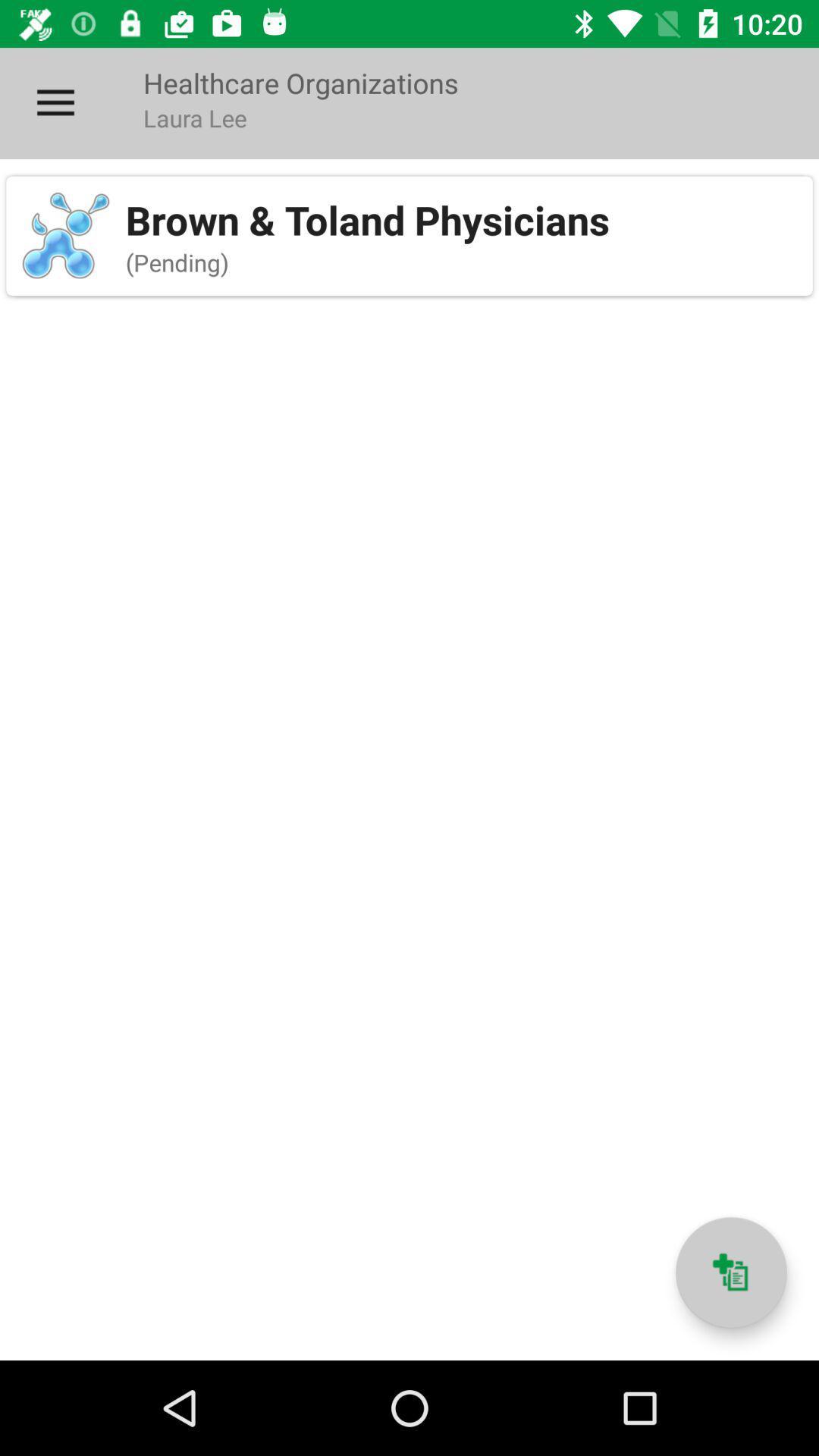 The image size is (819, 1456). What do you see at coordinates (730, 1272) in the screenshot?
I see `icon at the bottom right corner` at bounding box center [730, 1272].